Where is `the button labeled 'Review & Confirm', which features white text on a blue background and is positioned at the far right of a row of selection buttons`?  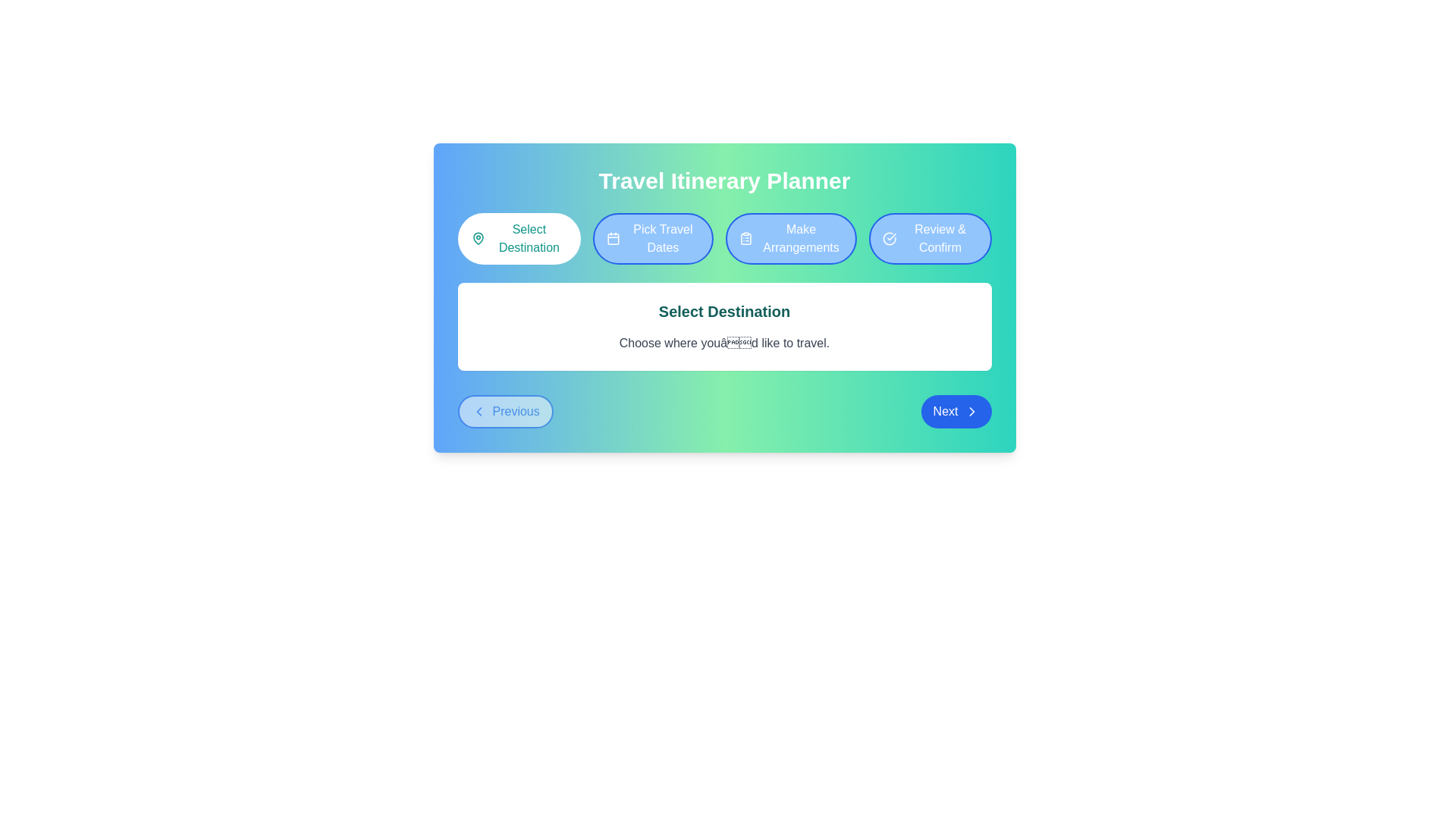 the button labeled 'Review & Confirm', which features white text on a blue background and is positioned at the far right of a row of selection buttons is located at coordinates (939, 239).